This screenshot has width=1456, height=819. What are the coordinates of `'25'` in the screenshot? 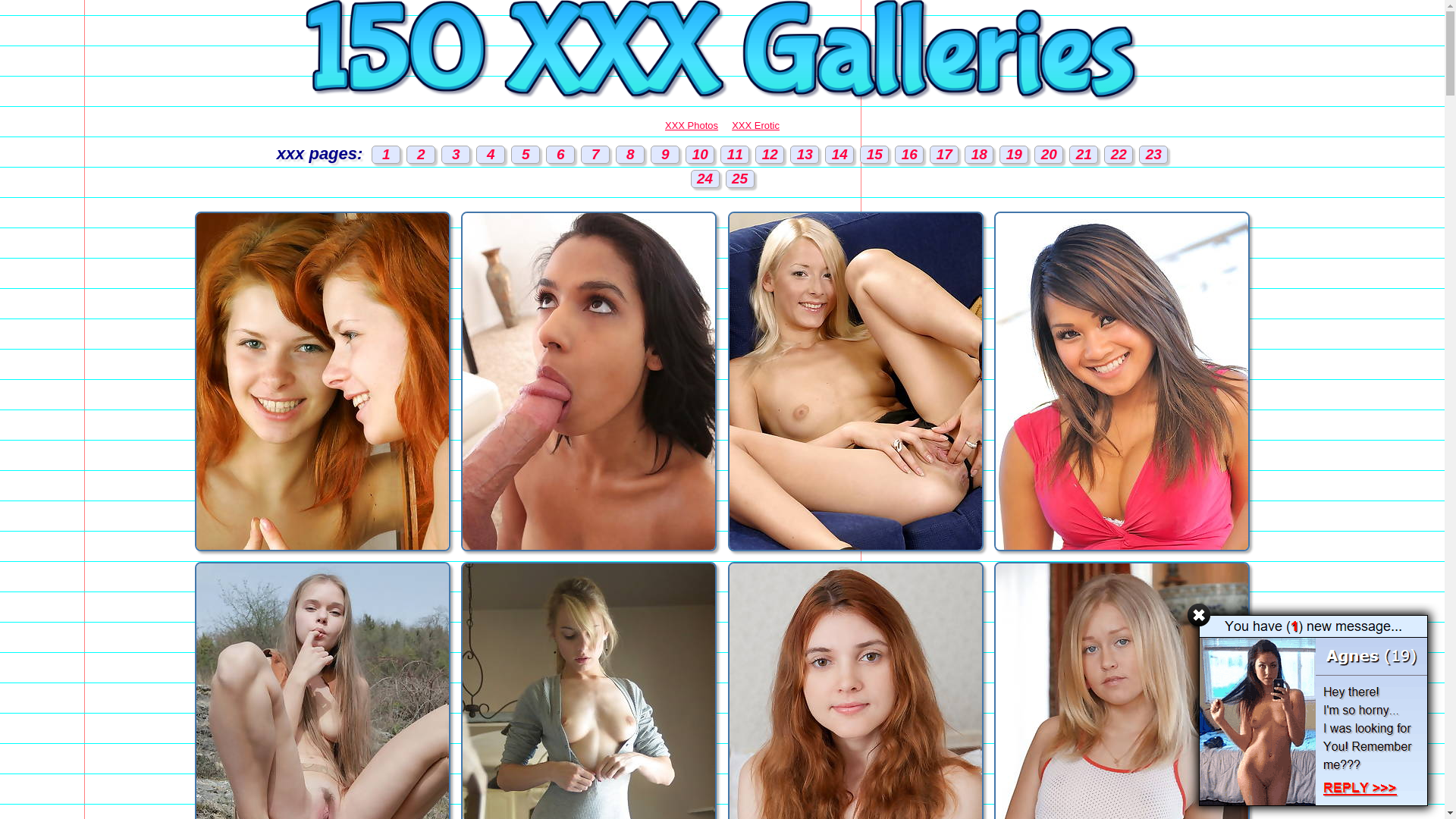 It's located at (739, 177).